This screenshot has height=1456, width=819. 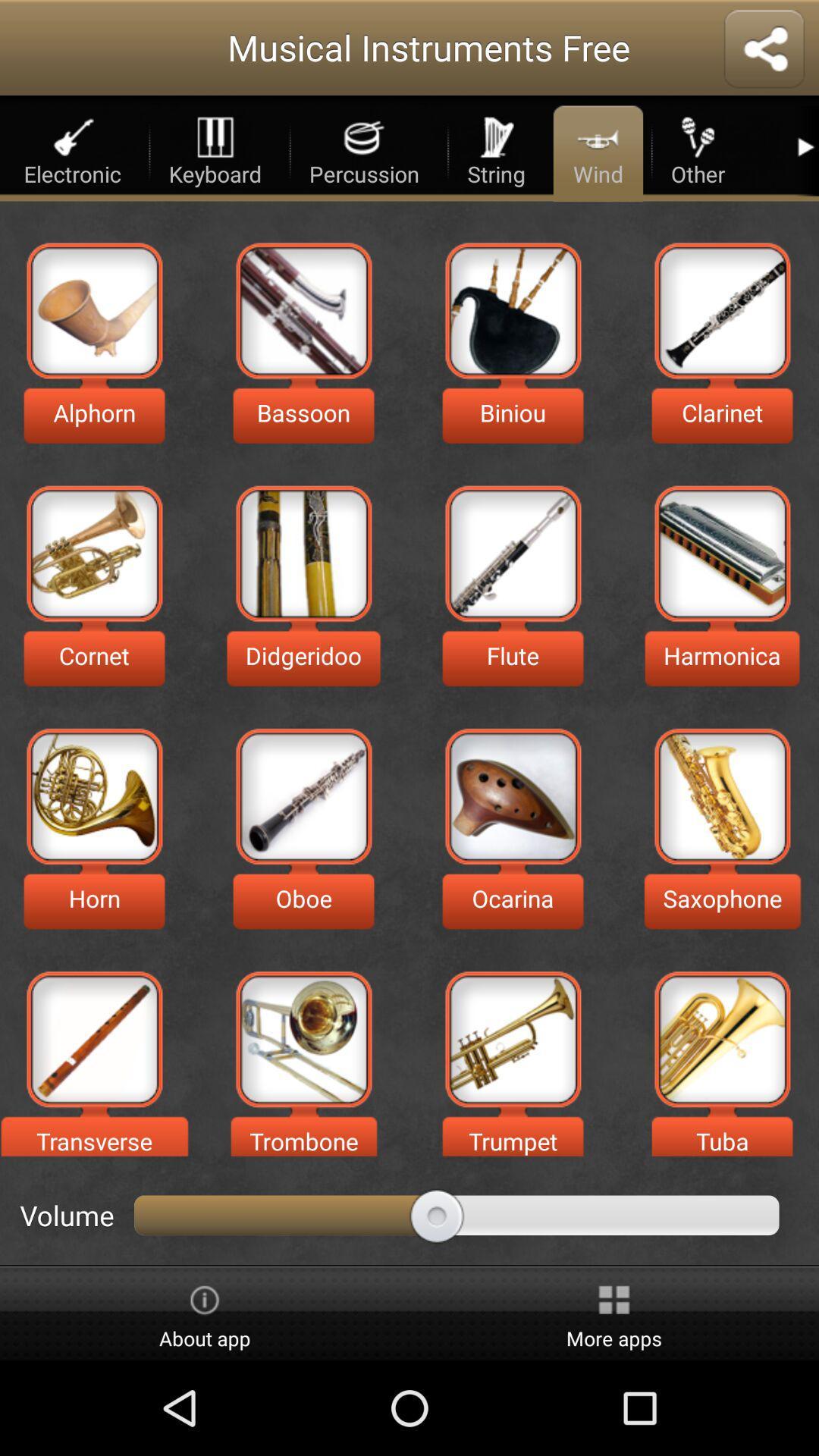 I want to click on click the musical instruments music, so click(x=512, y=795).